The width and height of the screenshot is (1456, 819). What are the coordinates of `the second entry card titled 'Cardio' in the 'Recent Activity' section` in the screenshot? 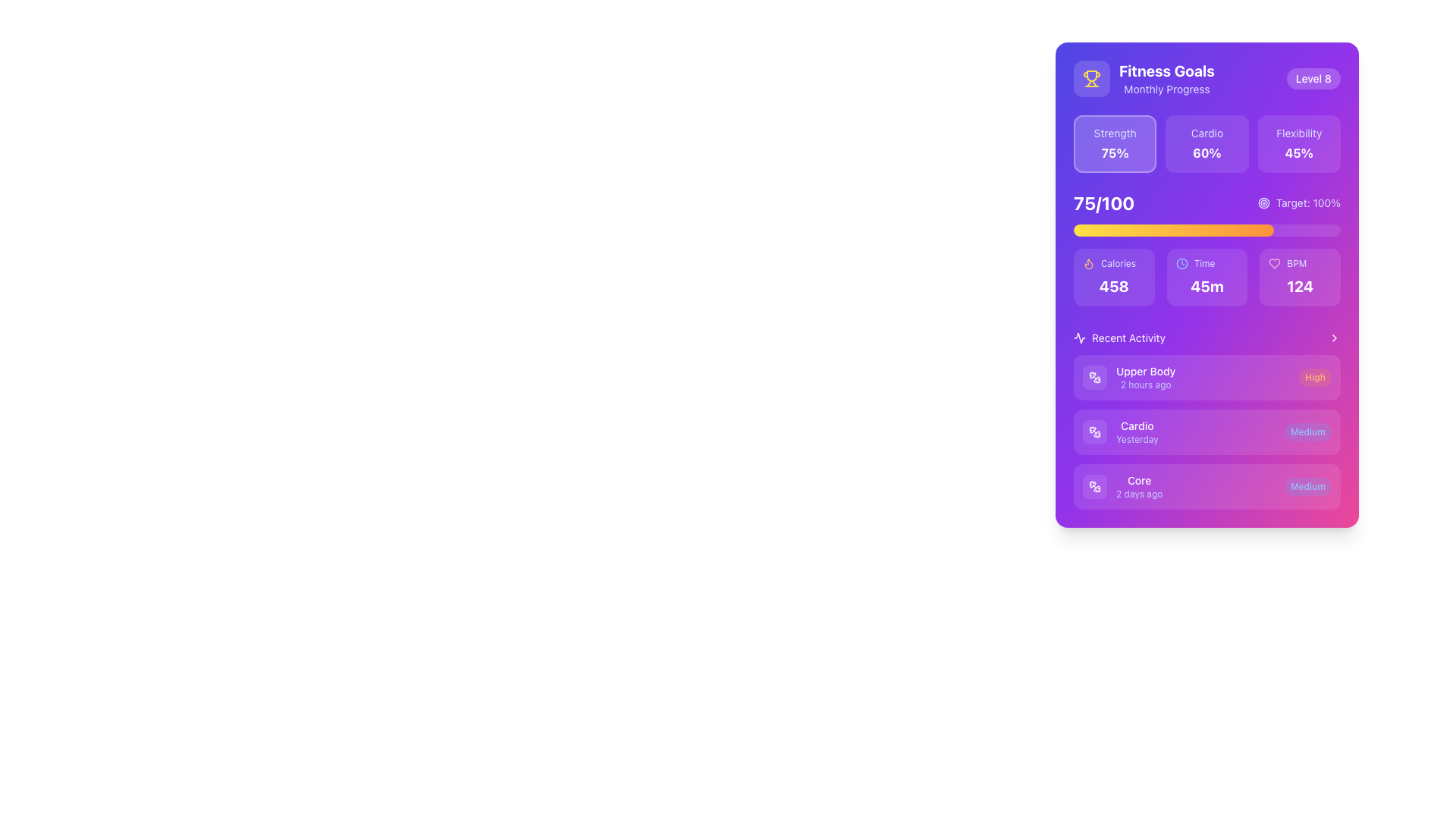 It's located at (1120, 432).